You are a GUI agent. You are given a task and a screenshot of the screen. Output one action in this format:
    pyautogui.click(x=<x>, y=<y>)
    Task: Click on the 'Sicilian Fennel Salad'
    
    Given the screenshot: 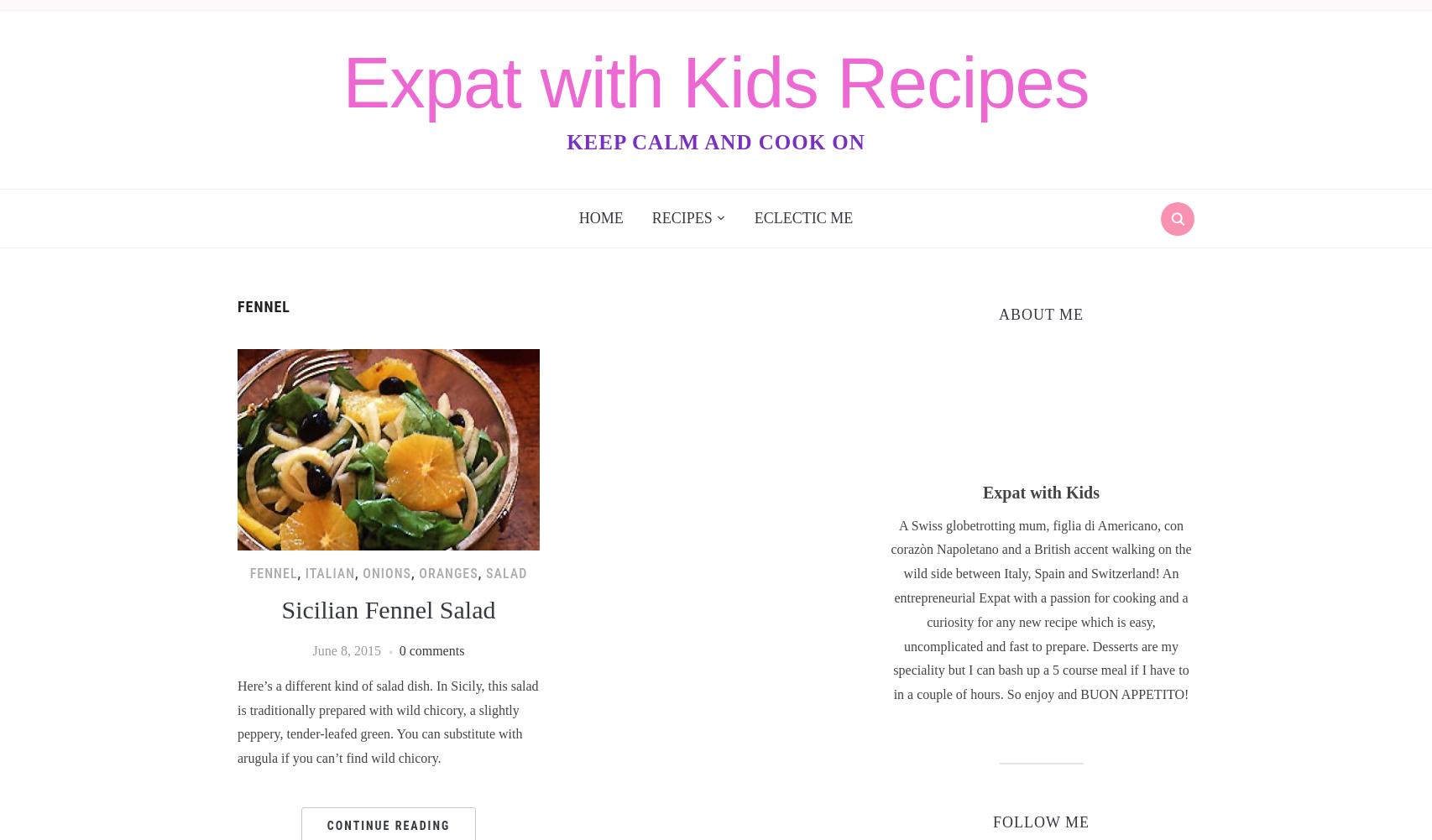 What is the action you would take?
    pyautogui.click(x=387, y=609)
    